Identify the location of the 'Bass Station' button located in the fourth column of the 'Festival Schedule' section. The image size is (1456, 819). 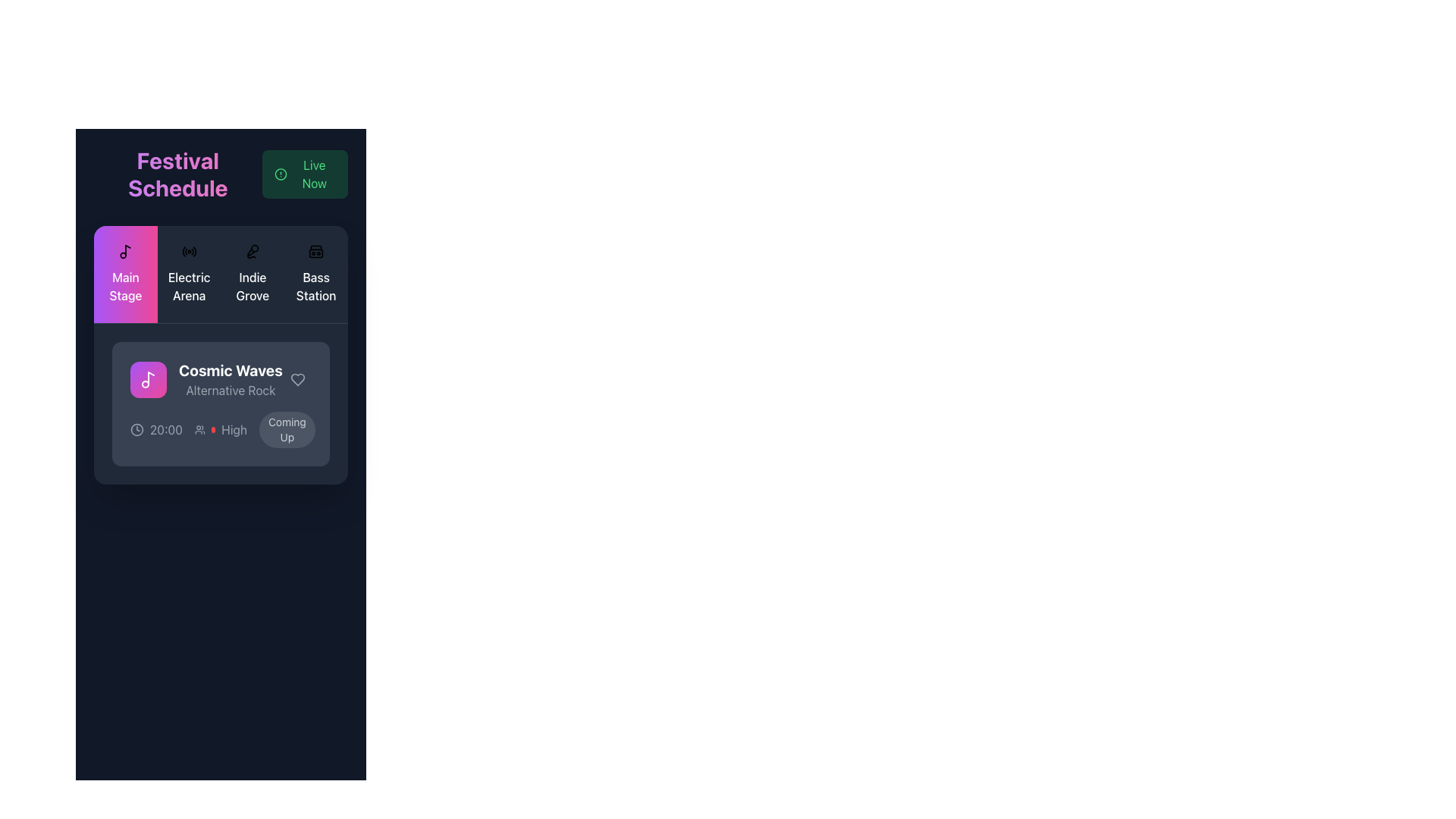
(315, 275).